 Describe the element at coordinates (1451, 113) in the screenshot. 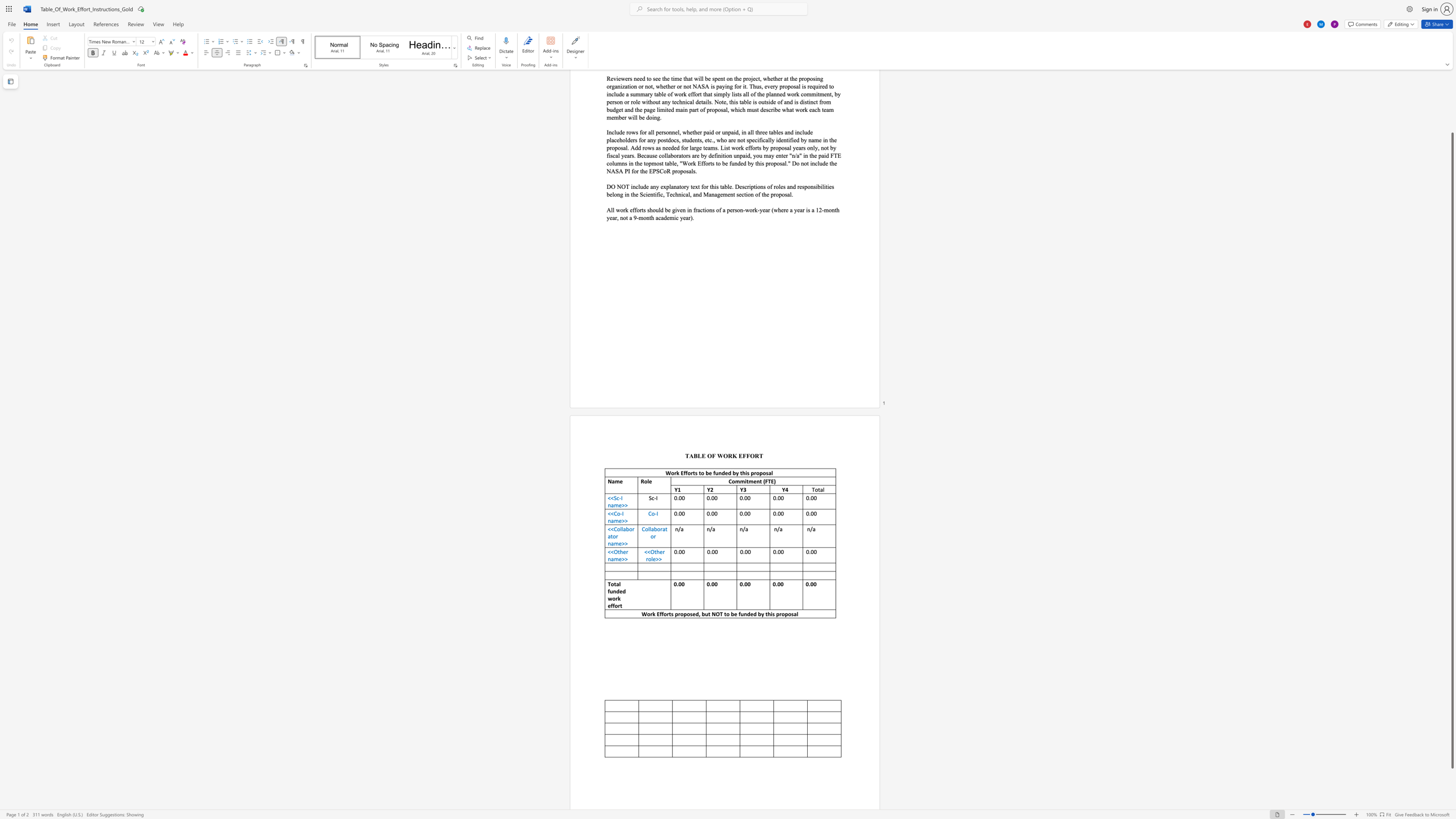

I see `the scrollbar to slide the page up` at that location.